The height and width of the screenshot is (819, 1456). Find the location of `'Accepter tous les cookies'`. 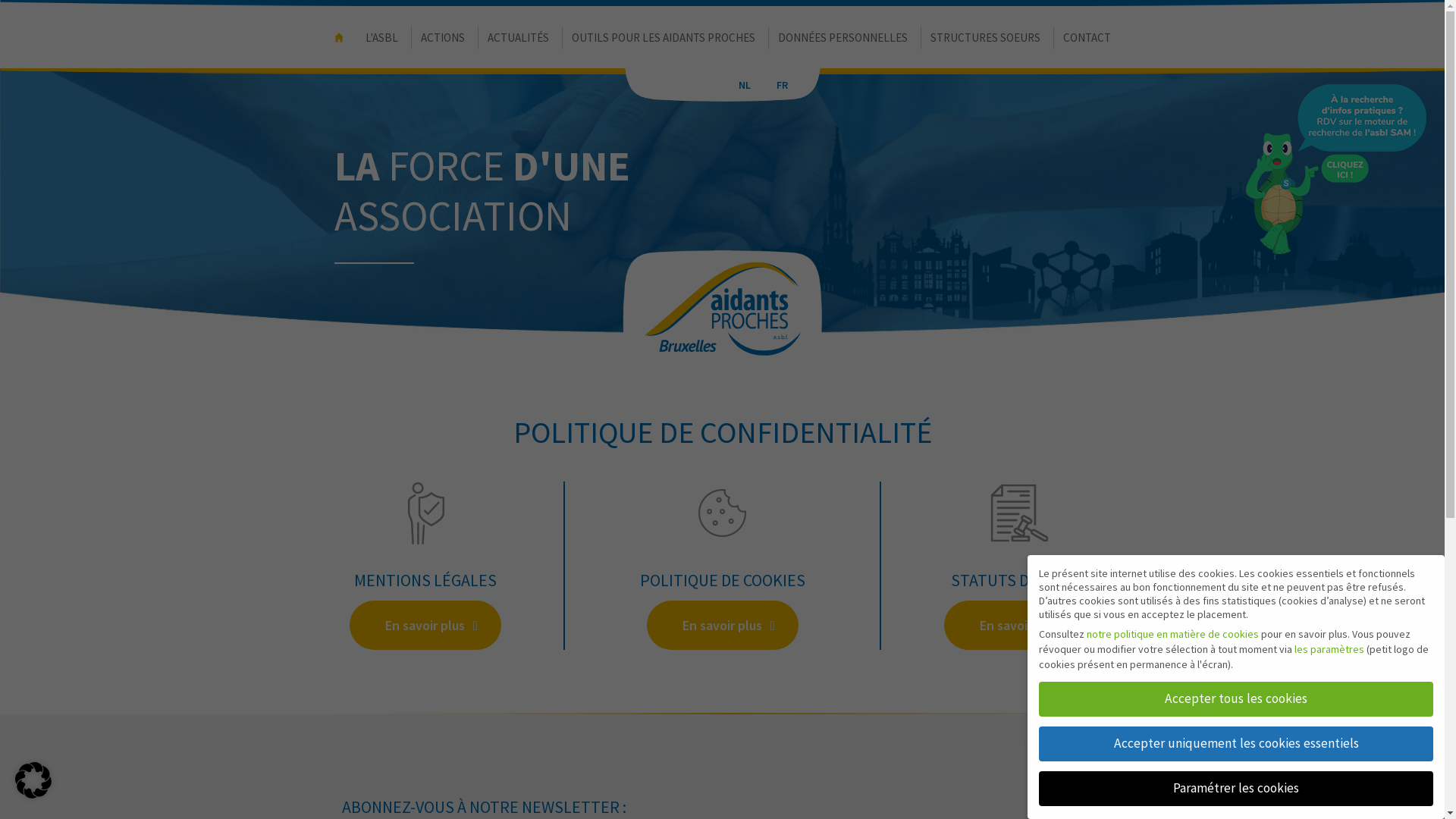

'Accepter tous les cookies' is located at coordinates (1236, 698).